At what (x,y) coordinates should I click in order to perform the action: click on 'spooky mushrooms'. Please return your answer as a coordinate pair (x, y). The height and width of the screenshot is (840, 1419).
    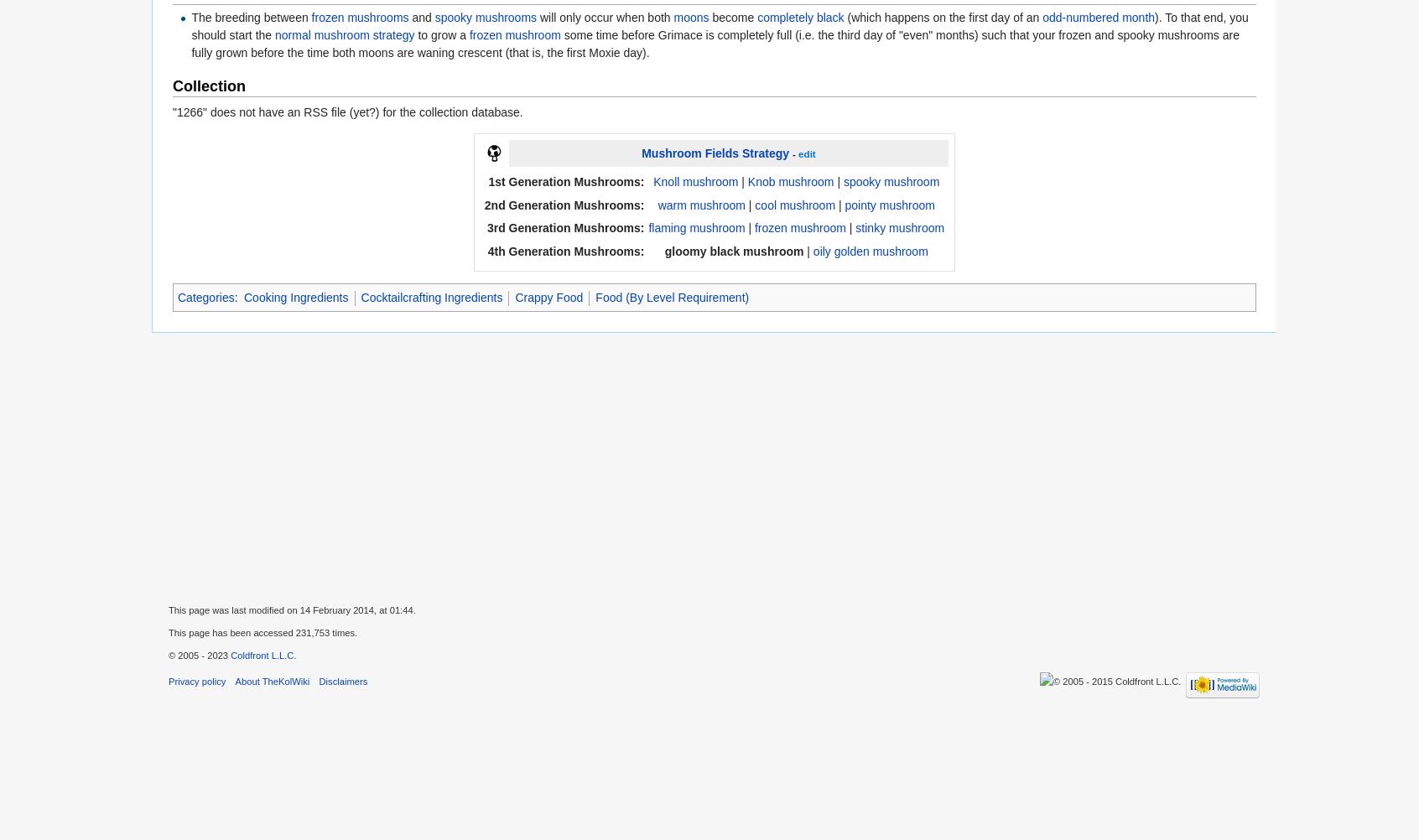
    Looking at the image, I should click on (485, 17).